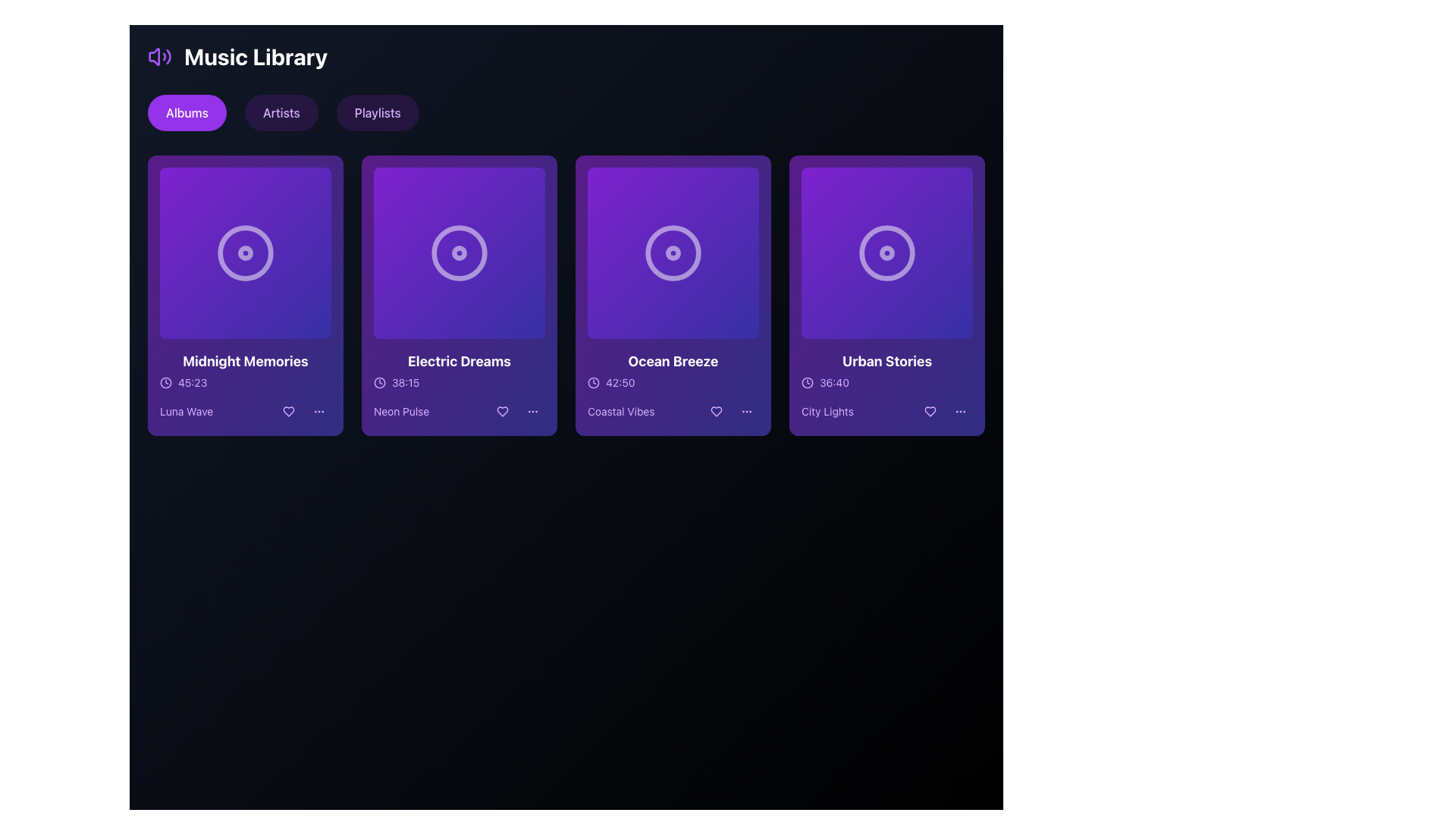 This screenshot has height=819, width=1456. I want to click on the play icon button, which is a white triangular shape surrounded by a circular border, located in the center of the fourth purple card titled 'Urban Stories' under the 'Albums' section, so click(887, 253).